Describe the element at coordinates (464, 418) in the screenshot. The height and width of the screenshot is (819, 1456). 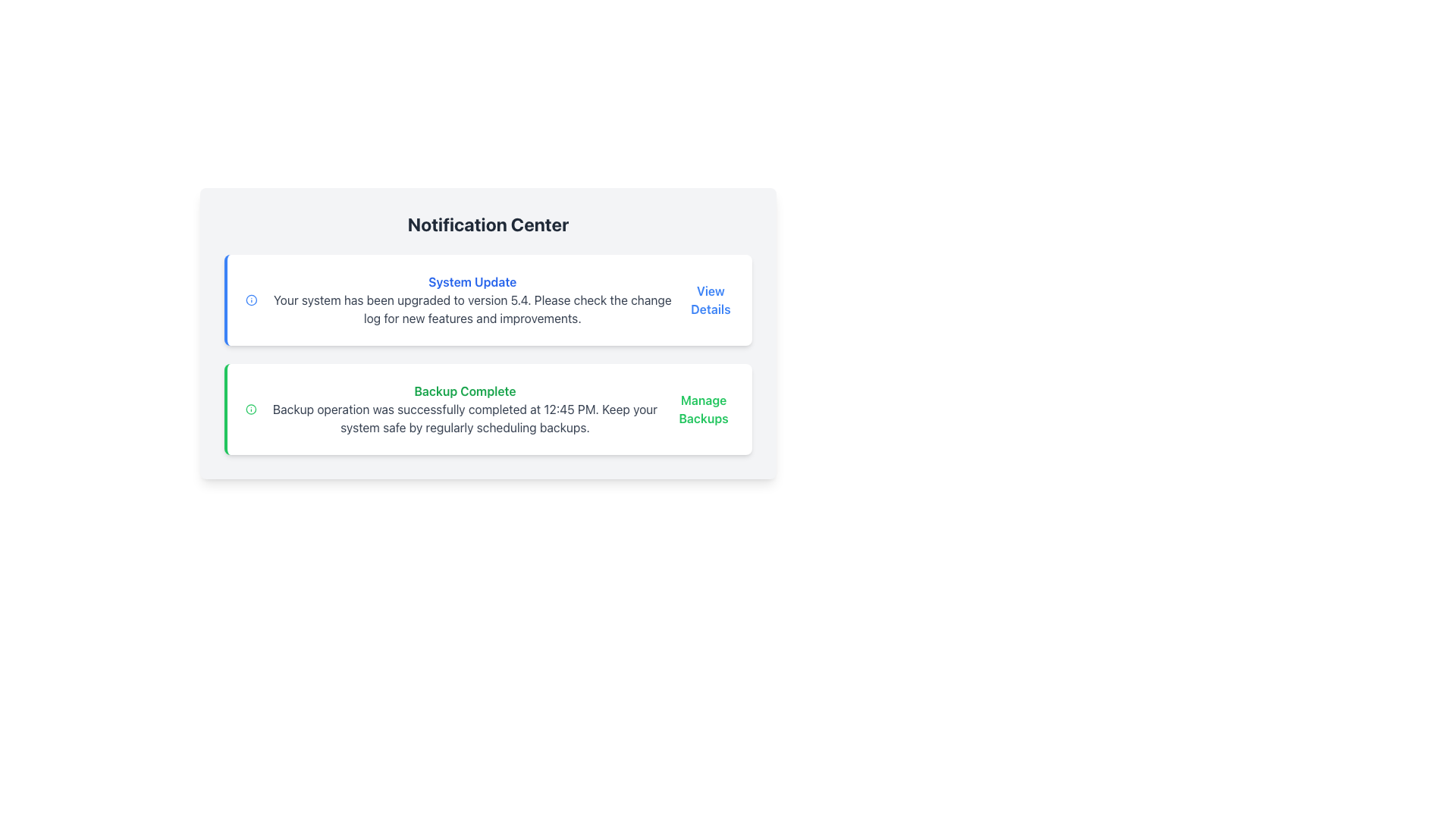
I see `the text block displaying the message 'Backup operation was successfully completed at 12:45 PM. Keep your system safe by regularly scheduling backups.' located beneath the bold green header 'Backup Complete' in the second notification module of the 'Notification Center'` at that location.